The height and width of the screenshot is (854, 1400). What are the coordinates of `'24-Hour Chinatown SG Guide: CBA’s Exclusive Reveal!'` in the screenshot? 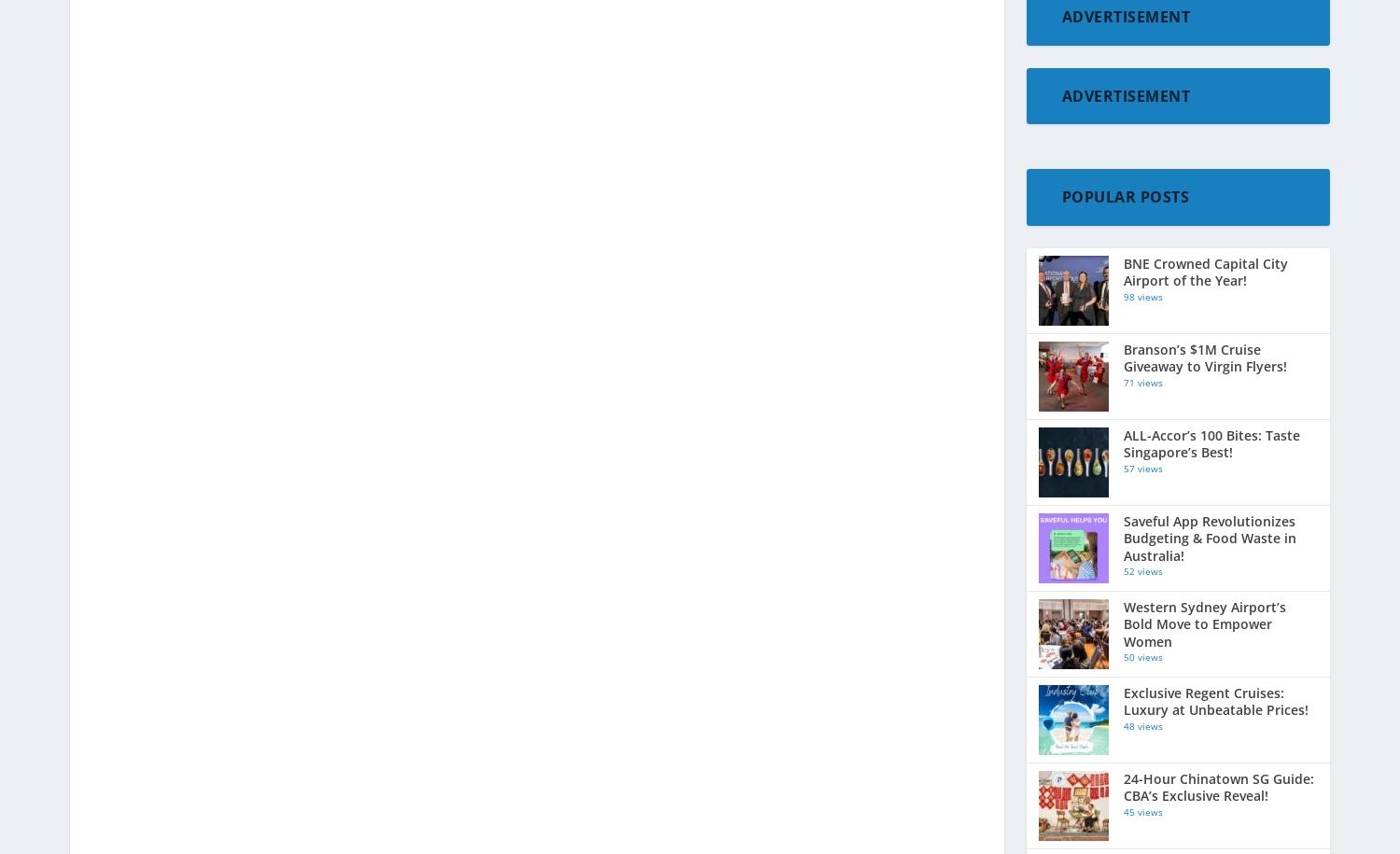 It's located at (1218, 787).